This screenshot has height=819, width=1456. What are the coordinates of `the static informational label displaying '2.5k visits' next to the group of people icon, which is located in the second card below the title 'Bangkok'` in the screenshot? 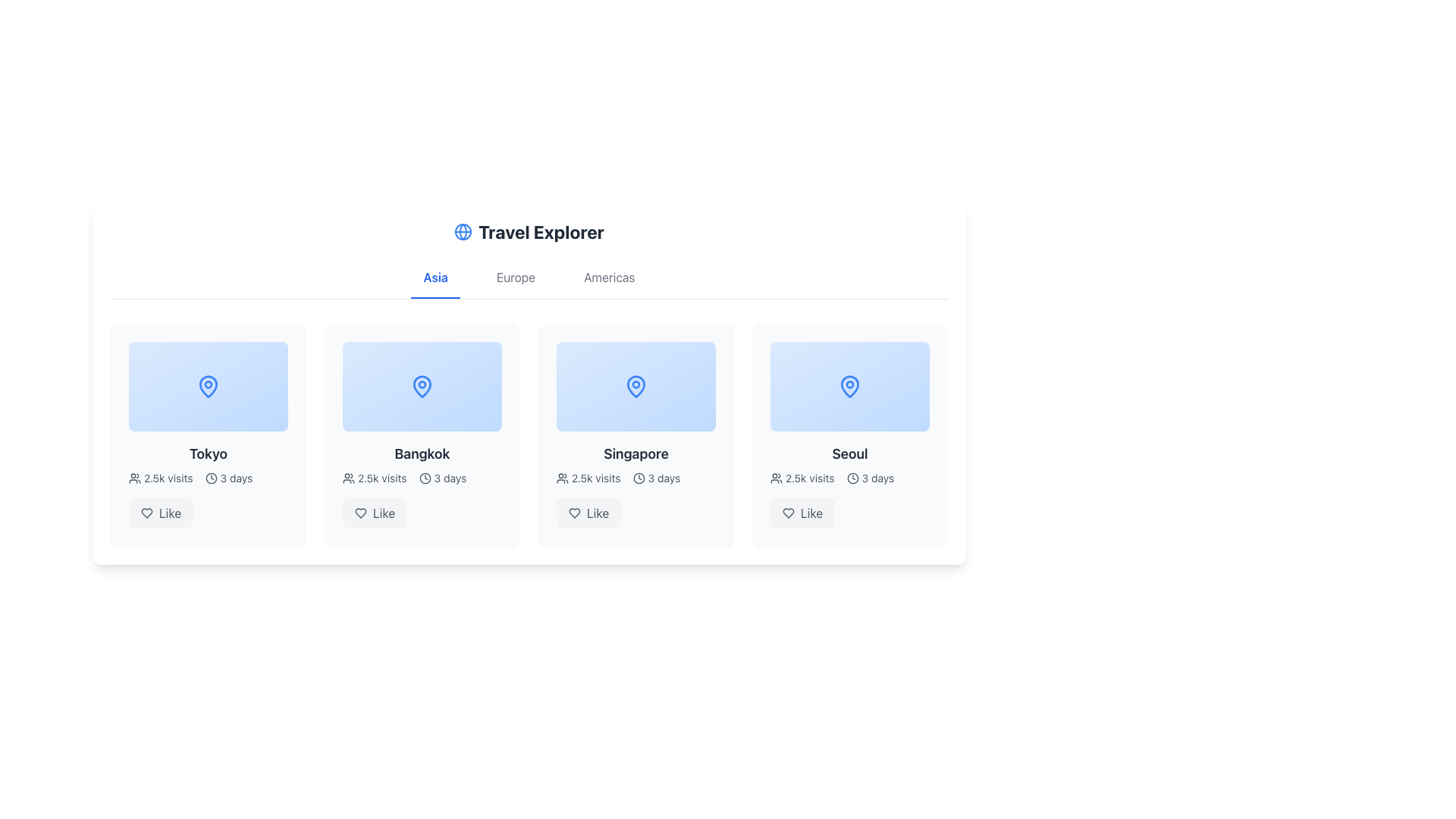 It's located at (375, 479).